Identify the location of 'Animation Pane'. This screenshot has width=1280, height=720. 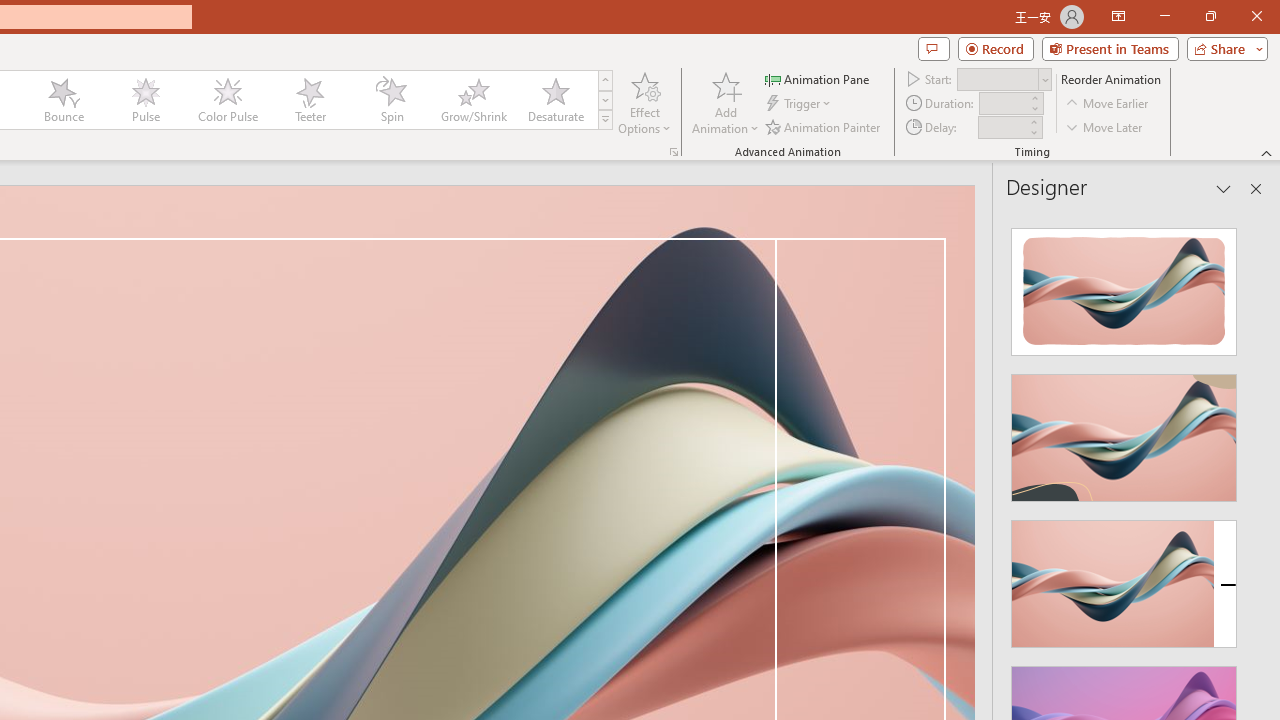
(818, 78).